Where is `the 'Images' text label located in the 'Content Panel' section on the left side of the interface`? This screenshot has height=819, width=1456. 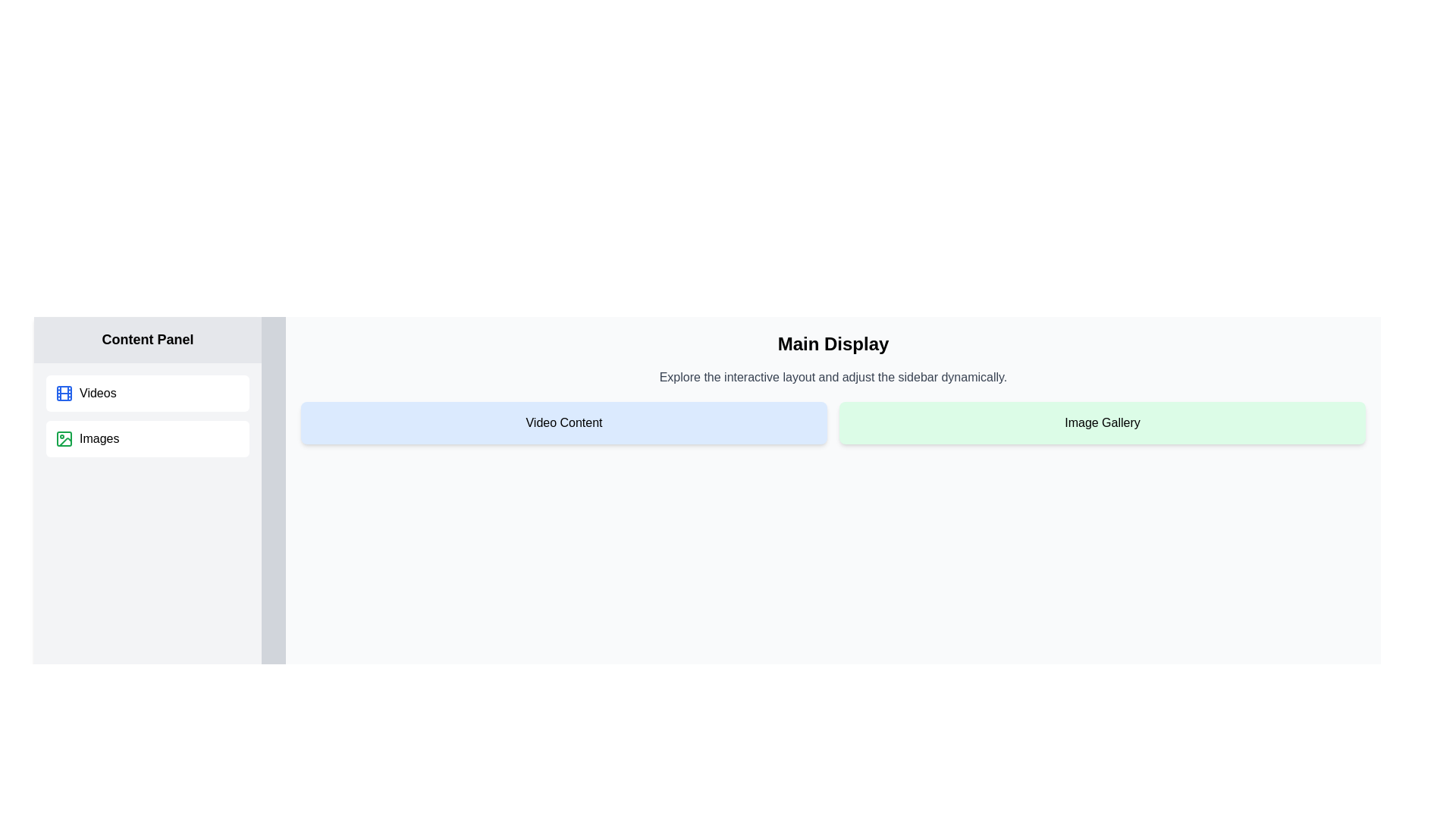 the 'Images' text label located in the 'Content Panel' section on the left side of the interface is located at coordinates (99, 438).